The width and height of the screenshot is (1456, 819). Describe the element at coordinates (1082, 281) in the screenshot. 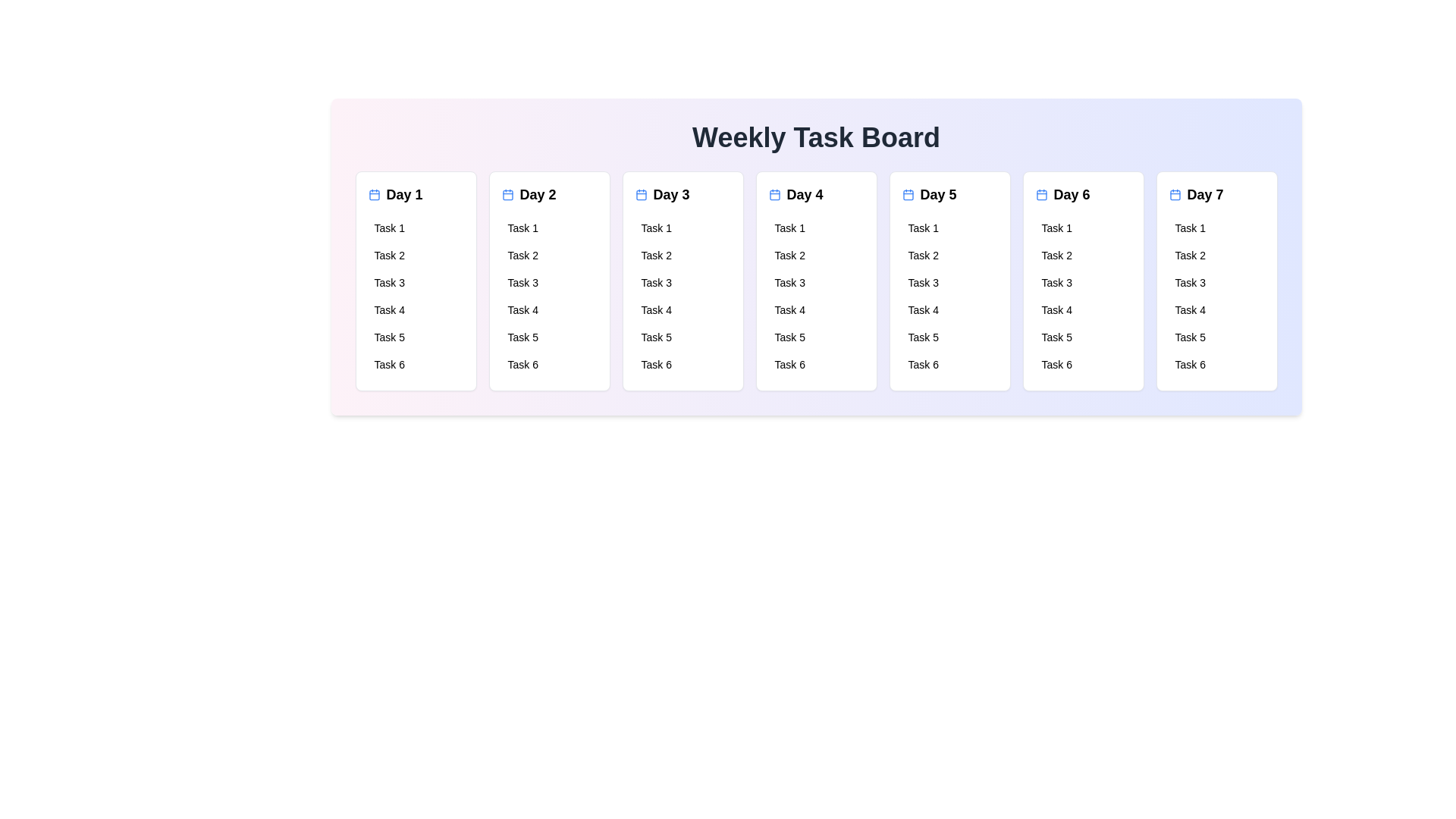

I see `the tasks for Day 6 by interacting with the corresponding day card` at that location.